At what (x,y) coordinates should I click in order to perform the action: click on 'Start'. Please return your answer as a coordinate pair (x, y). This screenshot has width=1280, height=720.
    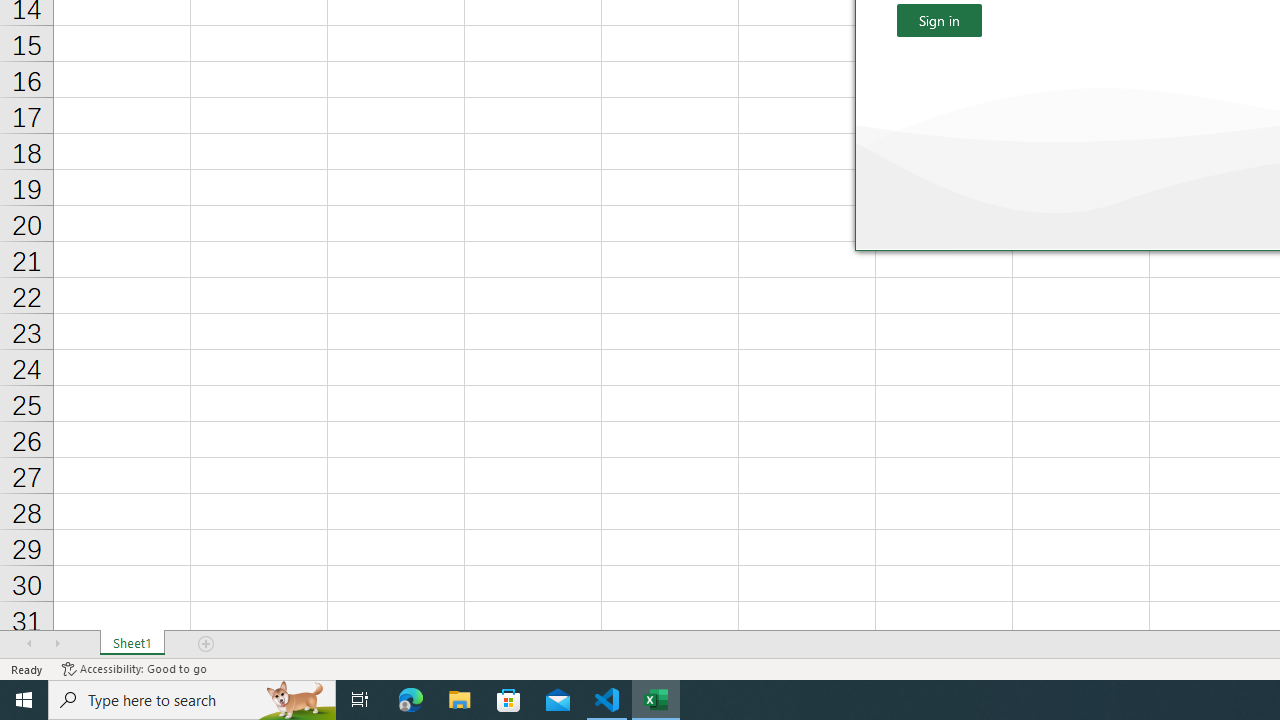
    Looking at the image, I should click on (24, 698).